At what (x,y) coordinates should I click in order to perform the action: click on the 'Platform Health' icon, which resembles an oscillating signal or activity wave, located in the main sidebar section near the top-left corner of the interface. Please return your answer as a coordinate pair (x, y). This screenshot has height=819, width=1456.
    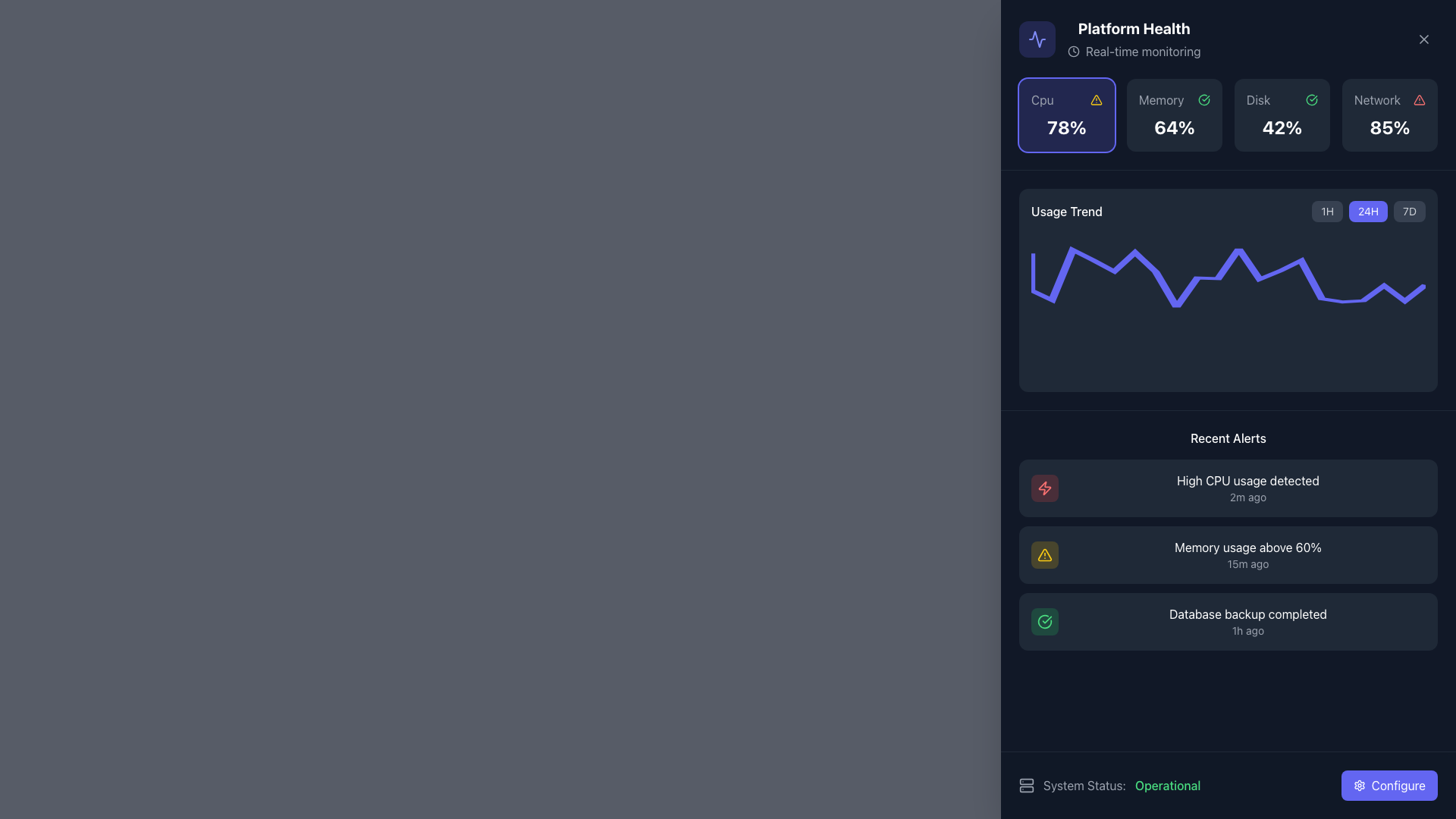
    Looking at the image, I should click on (1037, 38).